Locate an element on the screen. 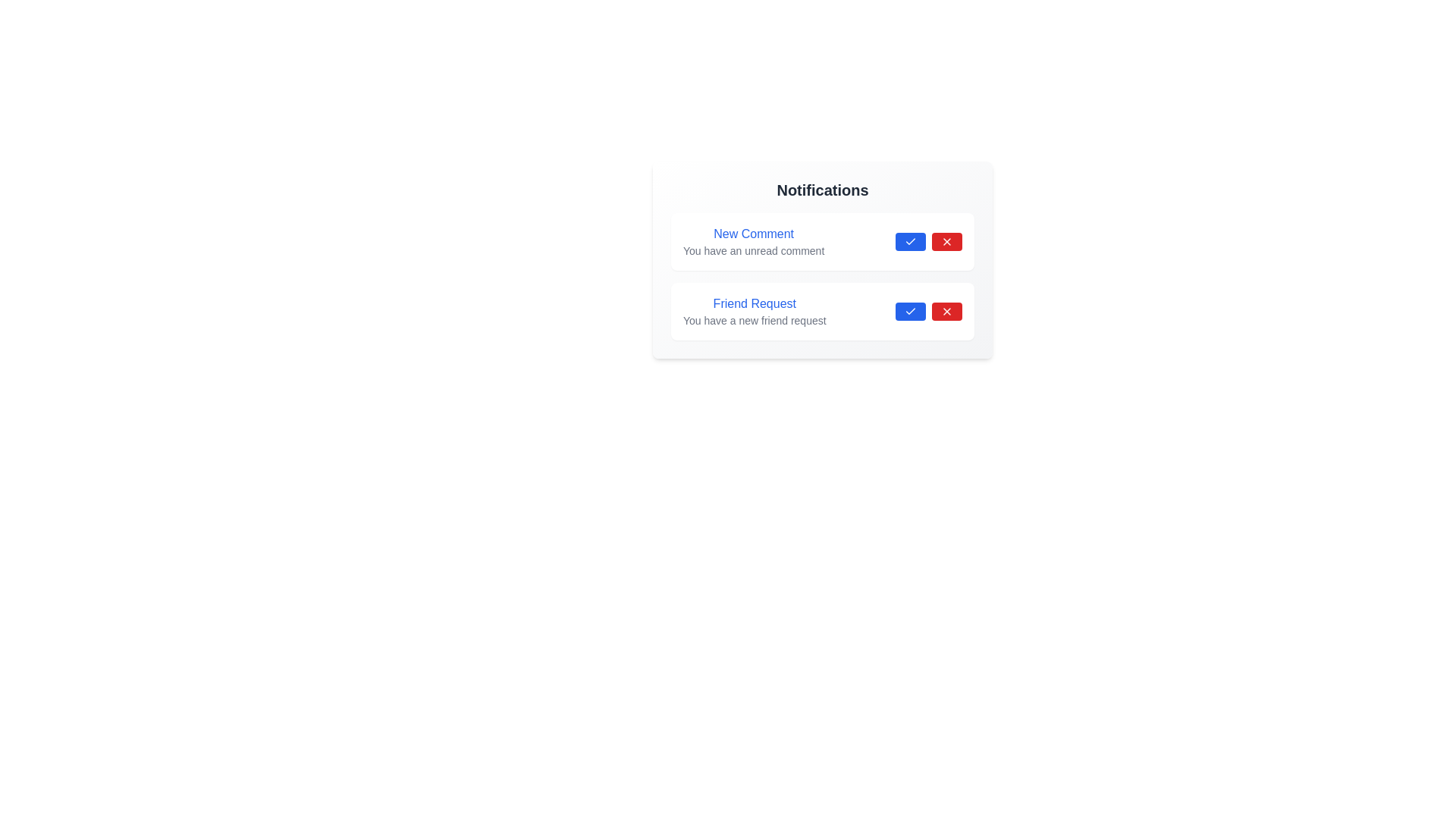 The width and height of the screenshot is (1456, 819). the red rectangular button with an 'X' icon is located at coordinates (946, 311).